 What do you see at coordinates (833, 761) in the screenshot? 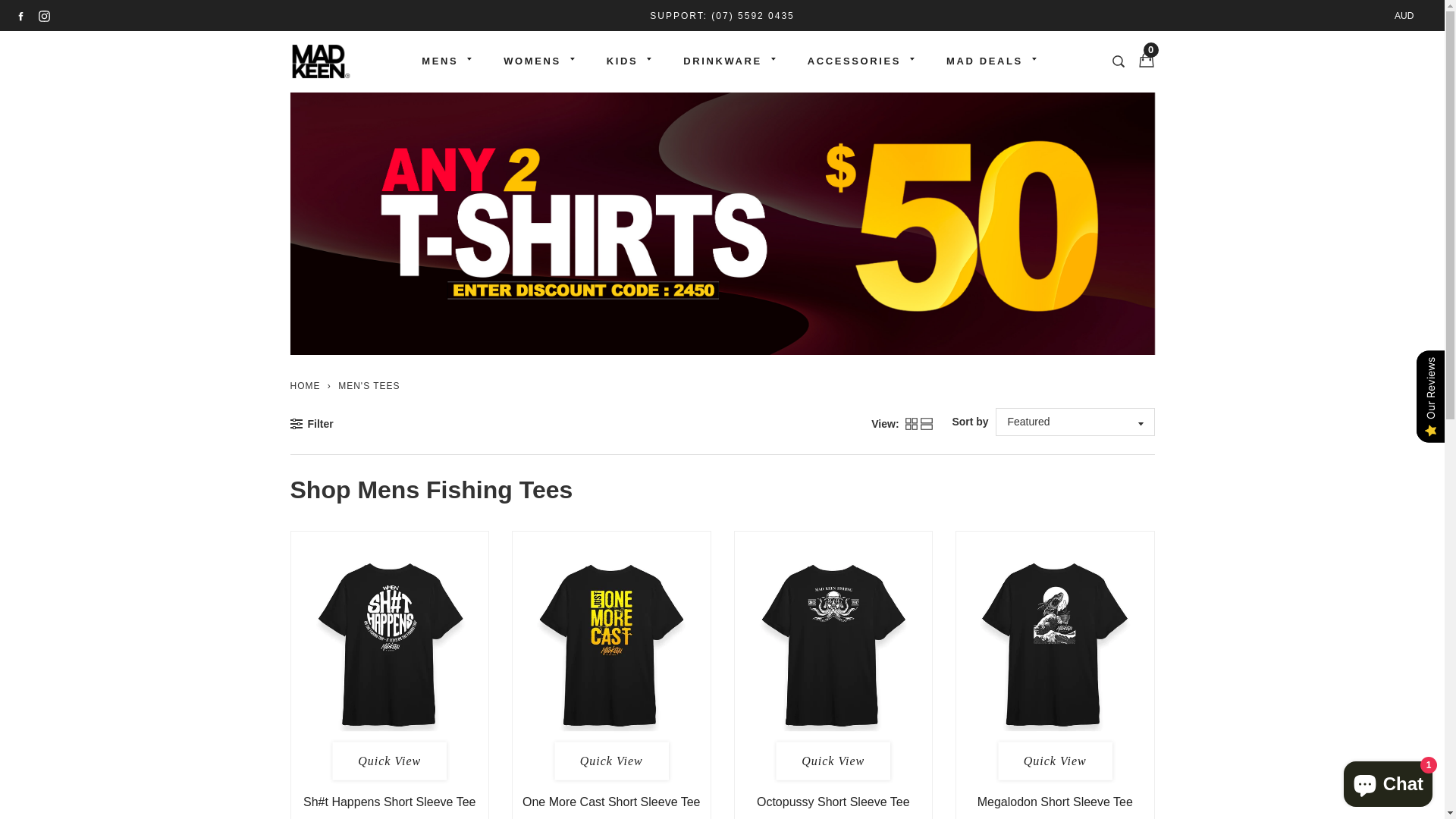
I see `'Quick View'` at bounding box center [833, 761].